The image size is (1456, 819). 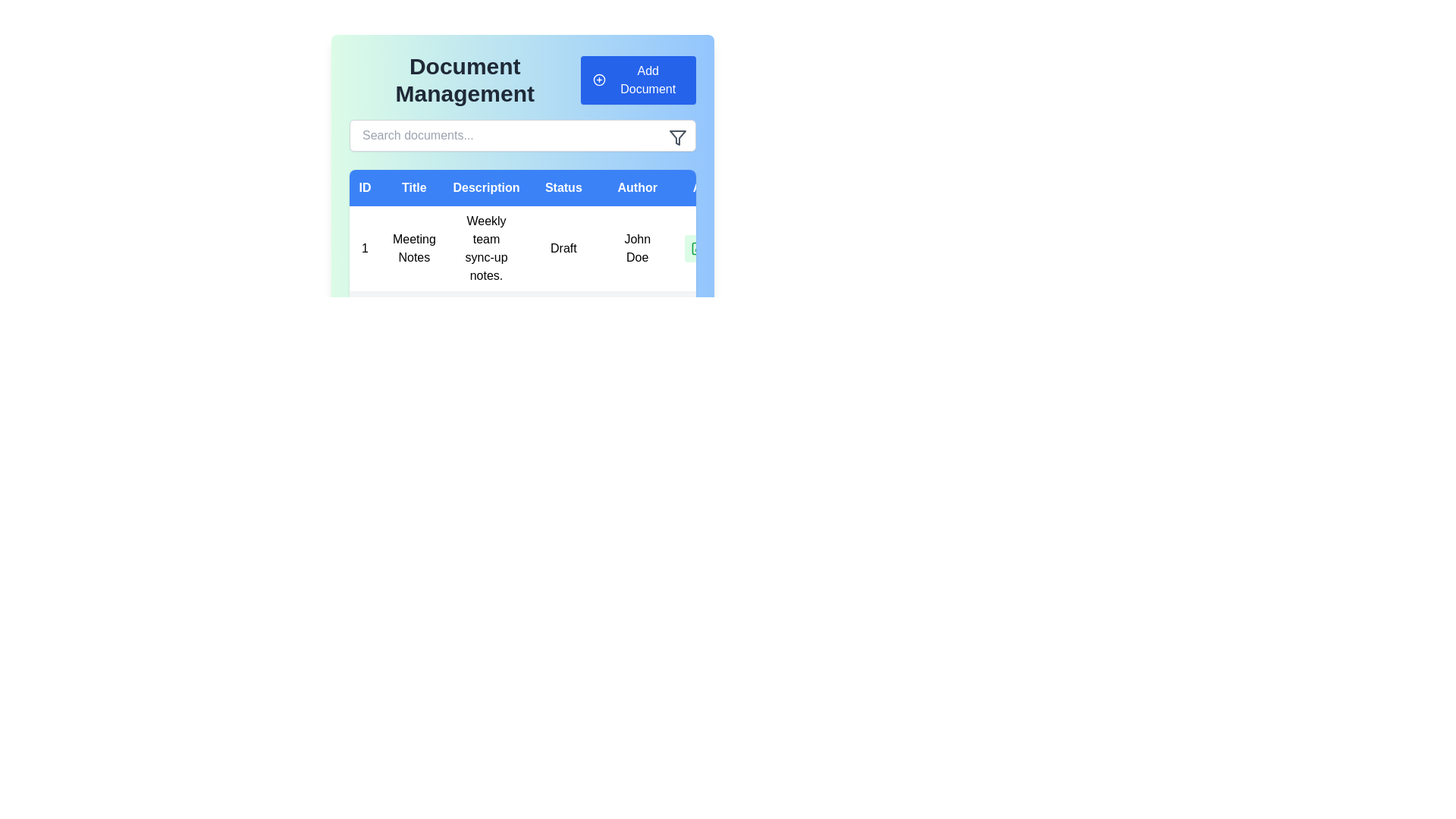 What do you see at coordinates (698, 247) in the screenshot?
I see `the edit icon button, which is a small green square with a pen inside, located at the end of the row for 'Meeting Notes'` at bounding box center [698, 247].